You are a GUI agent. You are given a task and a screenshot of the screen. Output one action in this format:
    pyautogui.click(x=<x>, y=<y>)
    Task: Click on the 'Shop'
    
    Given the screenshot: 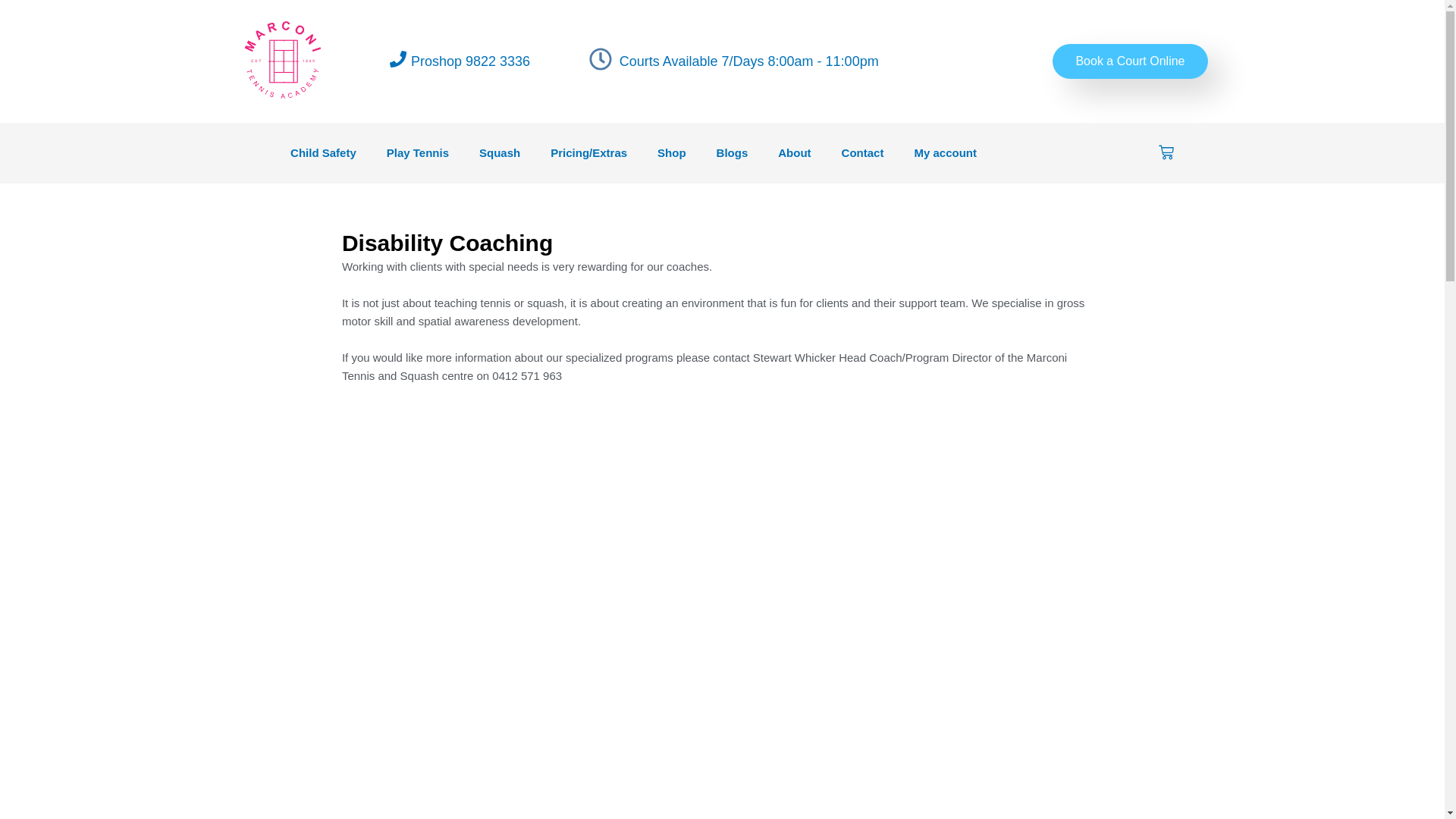 What is the action you would take?
    pyautogui.click(x=671, y=152)
    